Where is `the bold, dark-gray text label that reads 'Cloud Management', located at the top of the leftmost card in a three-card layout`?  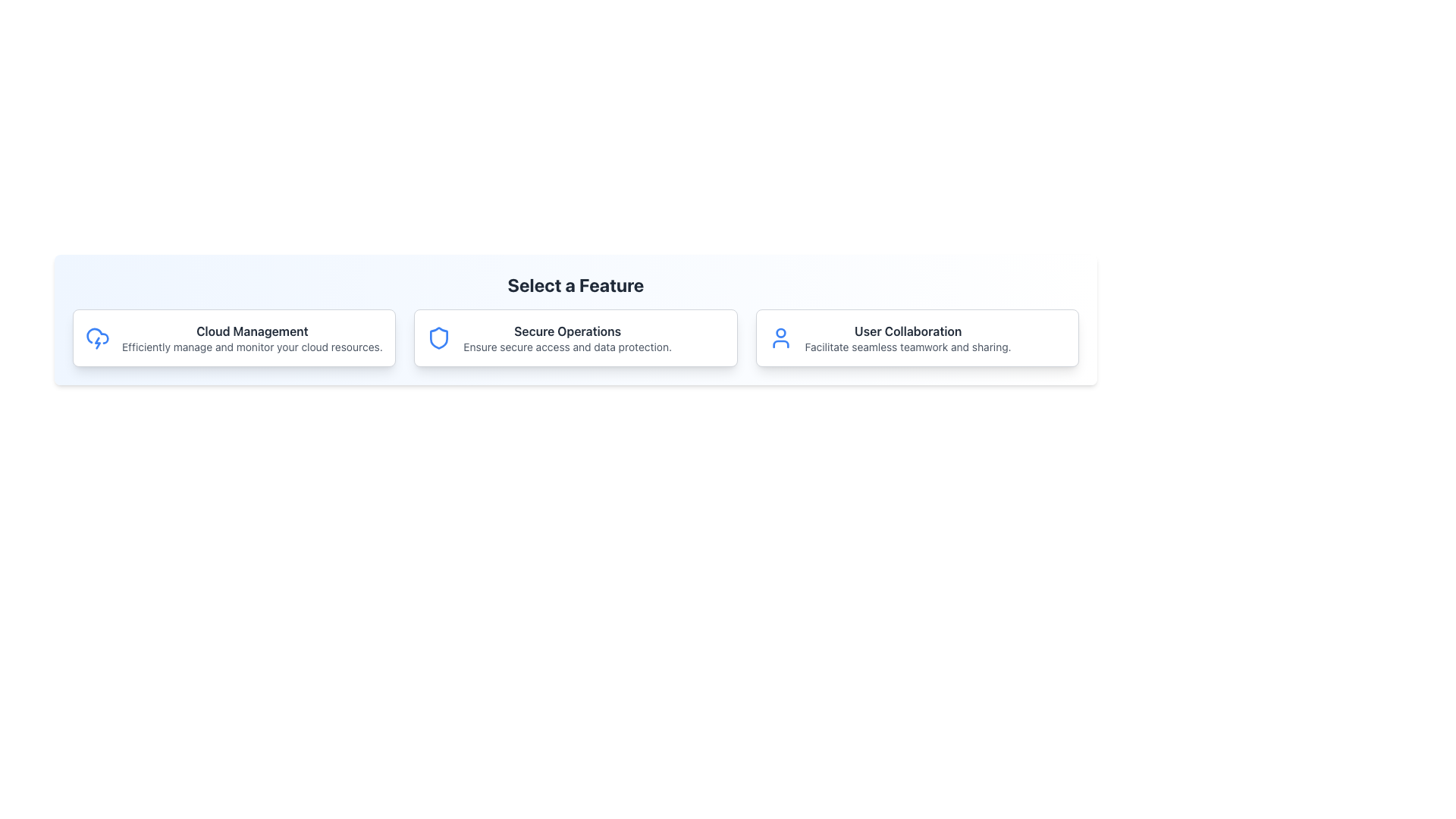 the bold, dark-gray text label that reads 'Cloud Management', located at the top of the leftmost card in a three-card layout is located at coordinates (252, 330).